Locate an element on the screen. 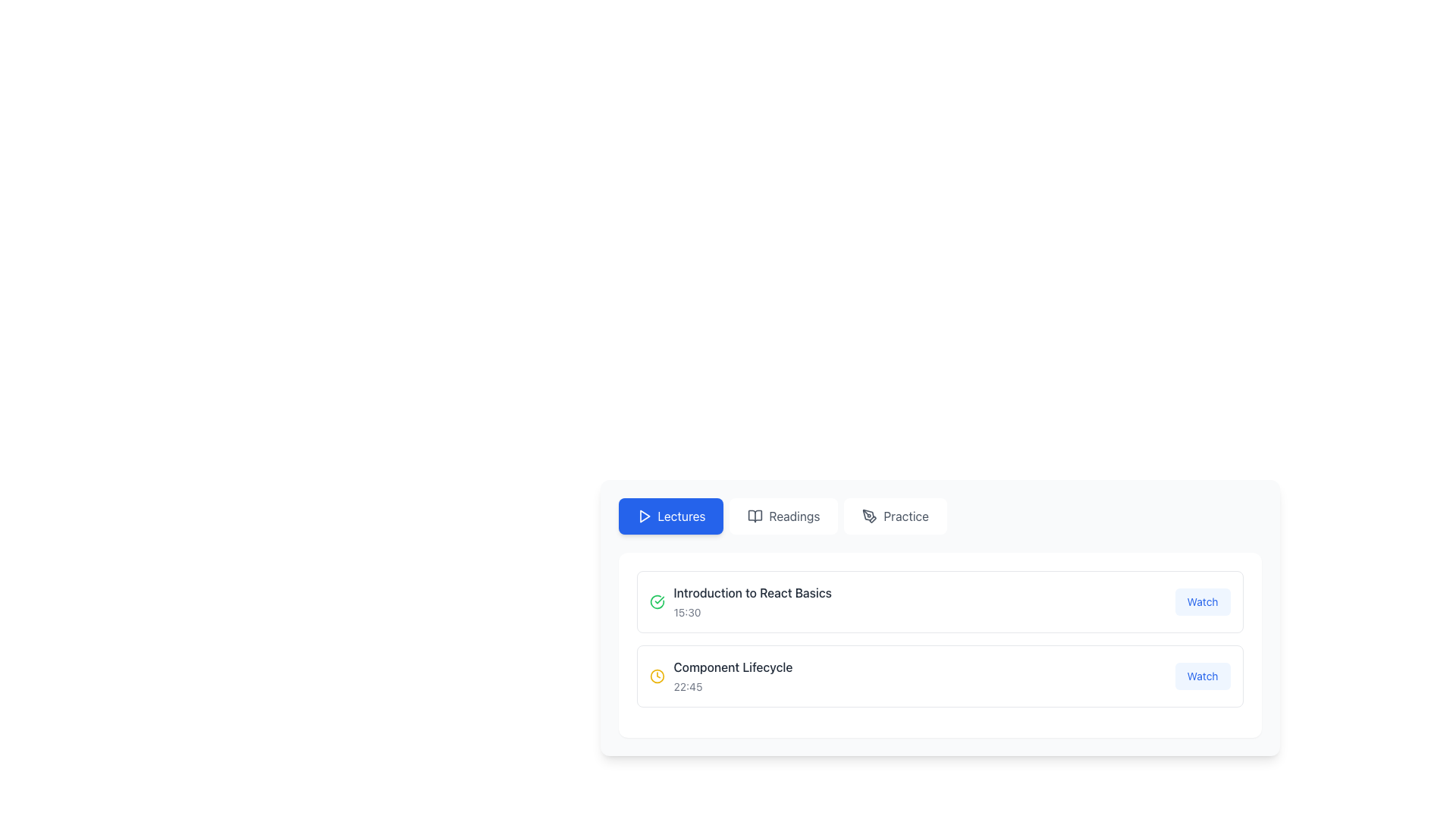 Image resolution: width=1456 pixels, height=819 pixels. the 'Watch' button with a light blue background located at the bottom right of the 'Component Lifecycle' section is located at coordinates (1202, 675).